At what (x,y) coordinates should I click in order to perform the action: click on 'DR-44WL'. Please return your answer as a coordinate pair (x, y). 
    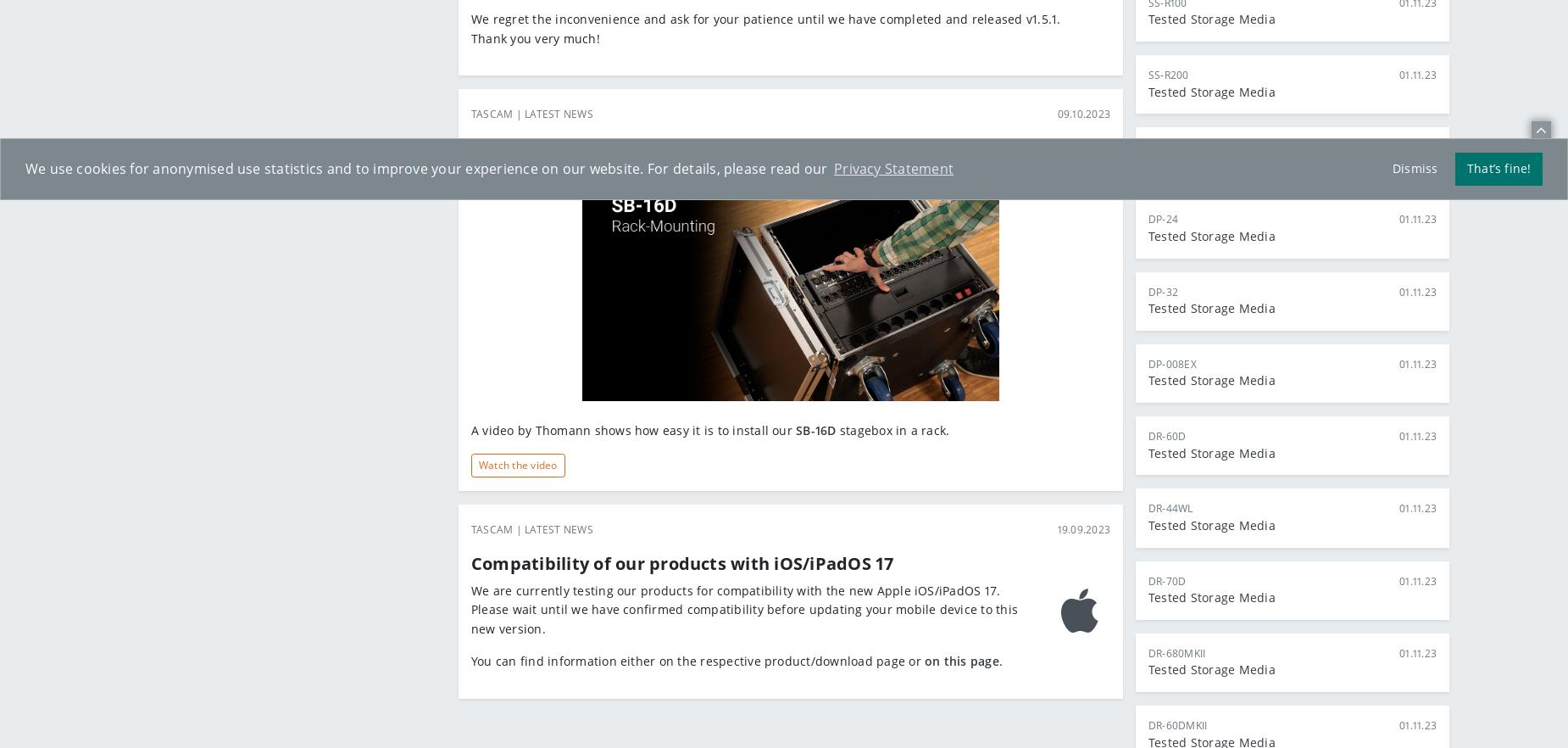
    Looking at the image, I should click on (1147, 507).